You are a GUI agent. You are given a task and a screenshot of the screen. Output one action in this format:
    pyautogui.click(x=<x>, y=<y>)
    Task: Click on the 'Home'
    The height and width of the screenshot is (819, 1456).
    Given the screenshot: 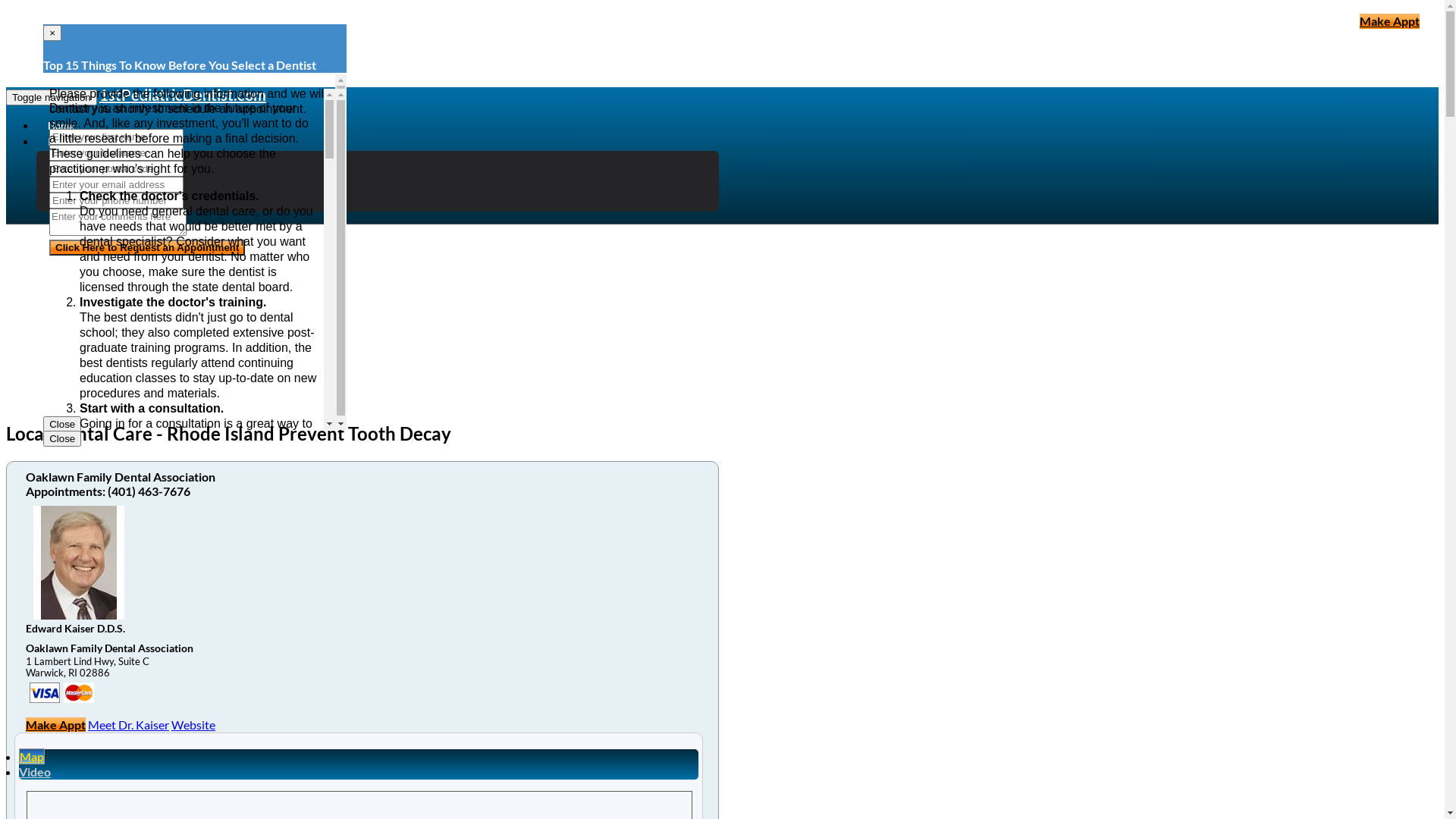 What is the action you would take?
    pyautogui.click(x=61, y=124)
    